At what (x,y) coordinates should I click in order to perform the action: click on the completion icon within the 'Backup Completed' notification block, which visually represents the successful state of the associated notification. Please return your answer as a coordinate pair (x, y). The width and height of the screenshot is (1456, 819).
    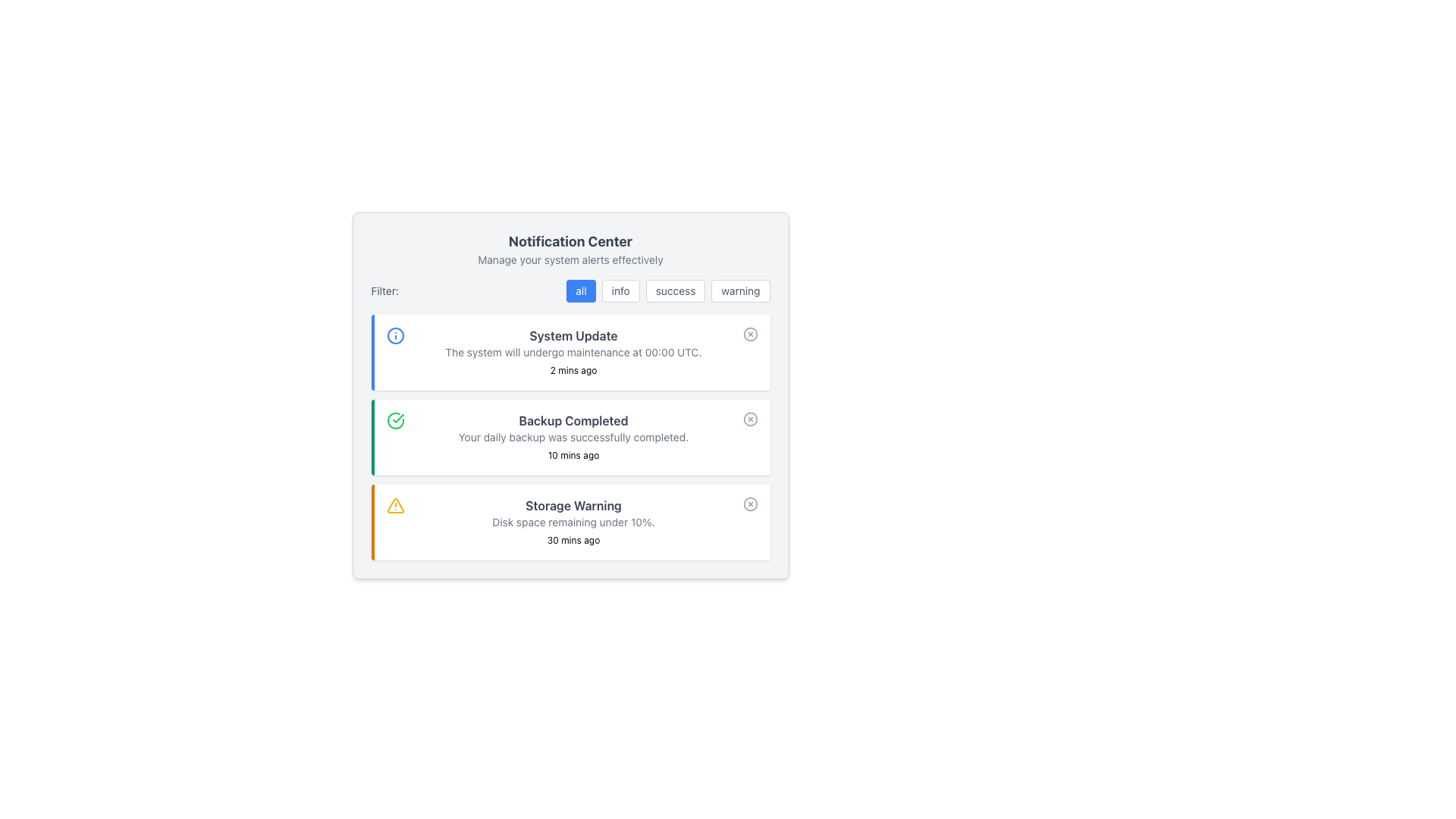
    Looking at the image, I should click on (397, 418).